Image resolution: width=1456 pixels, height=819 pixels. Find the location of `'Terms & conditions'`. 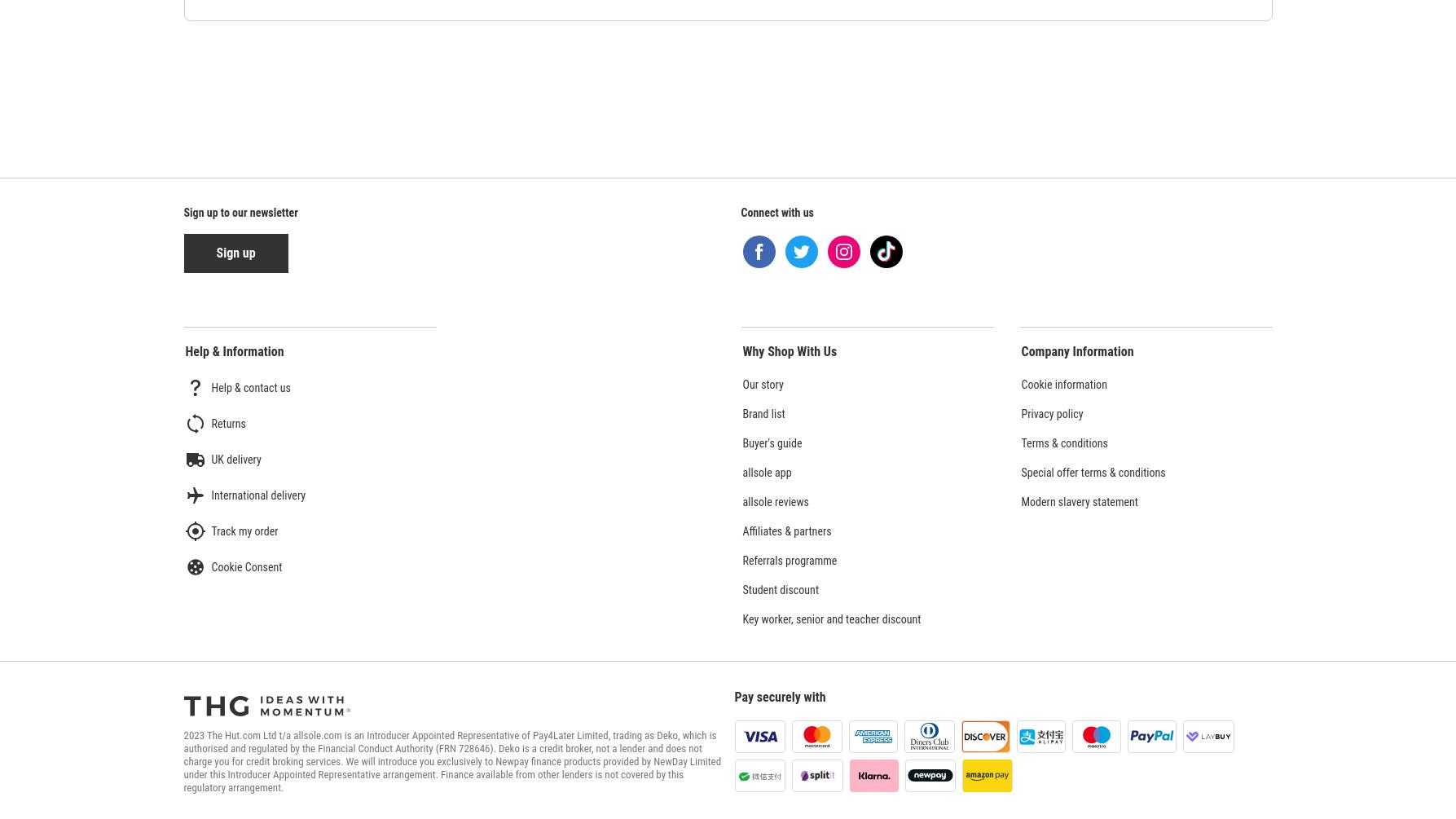

'Terms & conditions' is located at coordinates (1062, 443).